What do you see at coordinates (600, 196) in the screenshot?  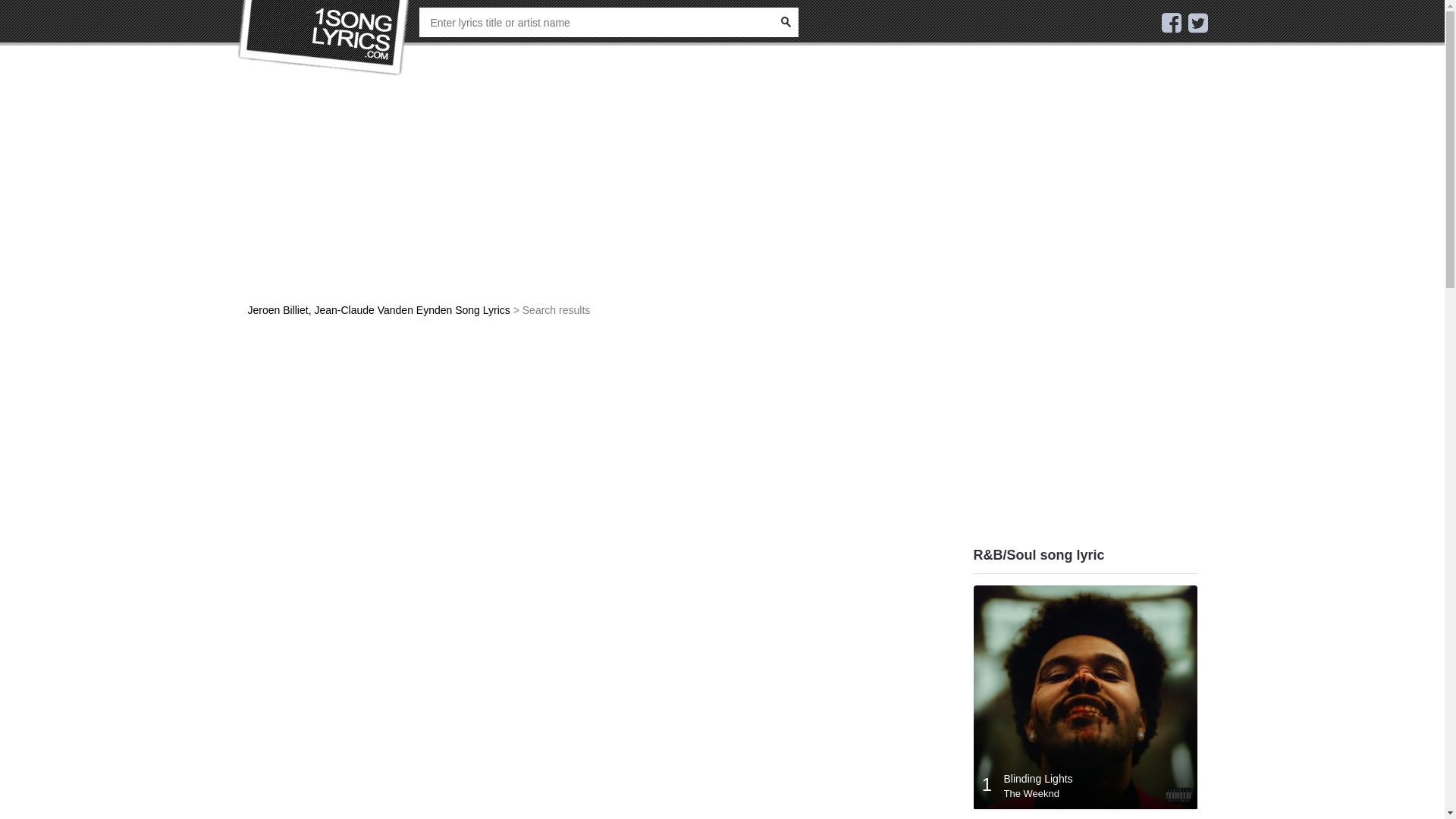 I see `'Advertisement'` at bounding box center [600, 196].